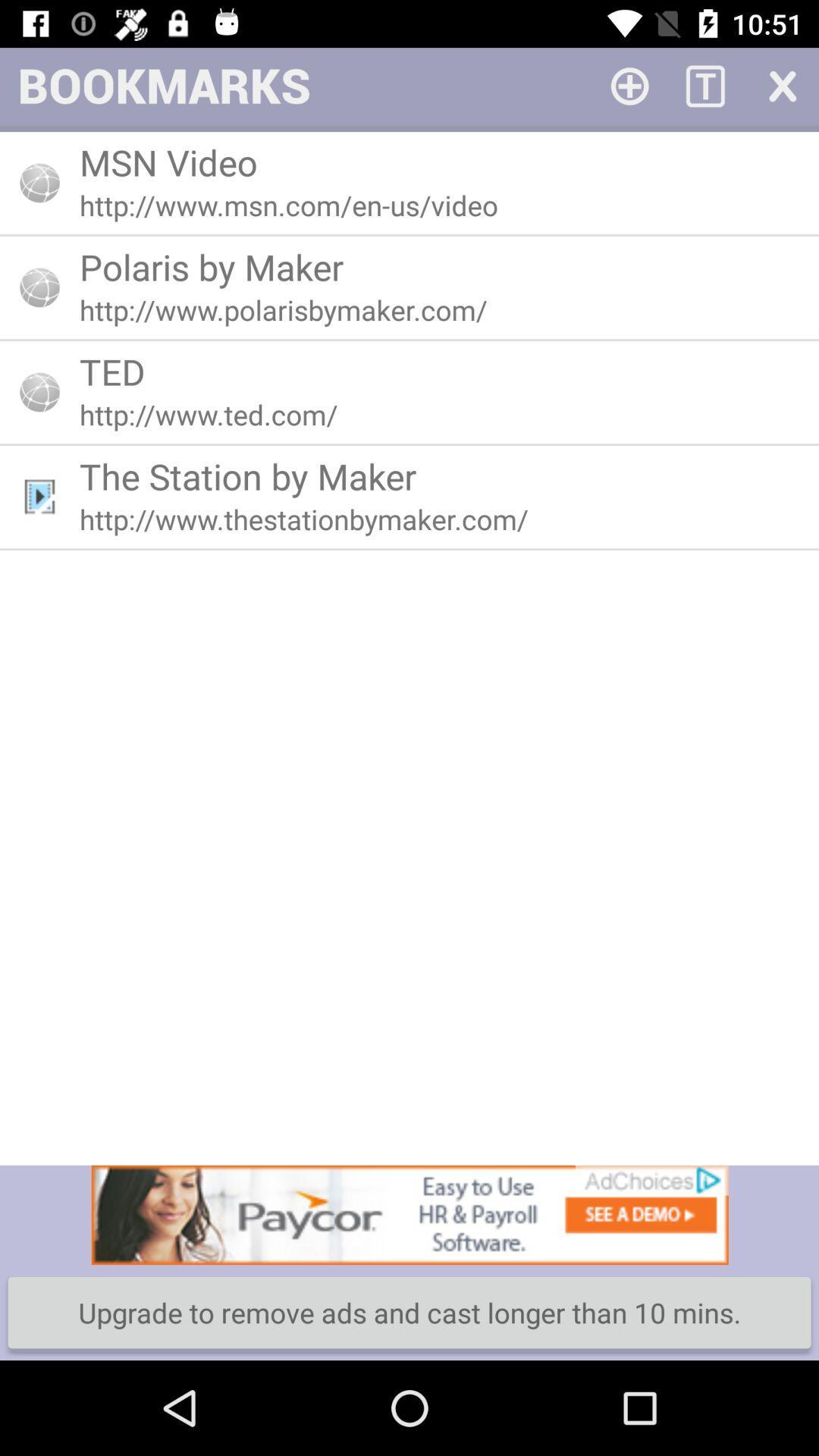 The width and height of the screenshot is (819, 1456). I want to click on add bar, so click(629, 84).